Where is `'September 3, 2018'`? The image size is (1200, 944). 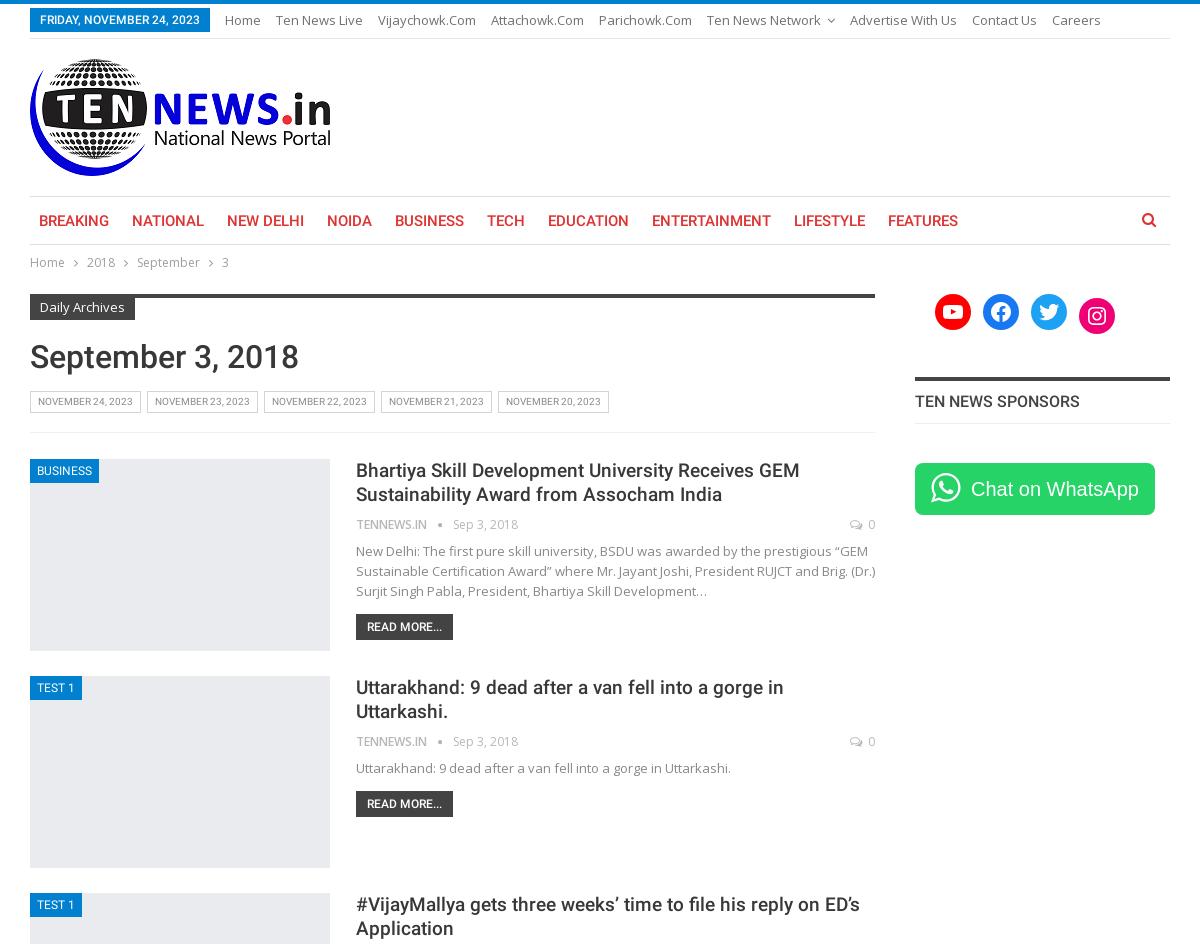
'September 3, 2018' is located at coordinates (163, 357).